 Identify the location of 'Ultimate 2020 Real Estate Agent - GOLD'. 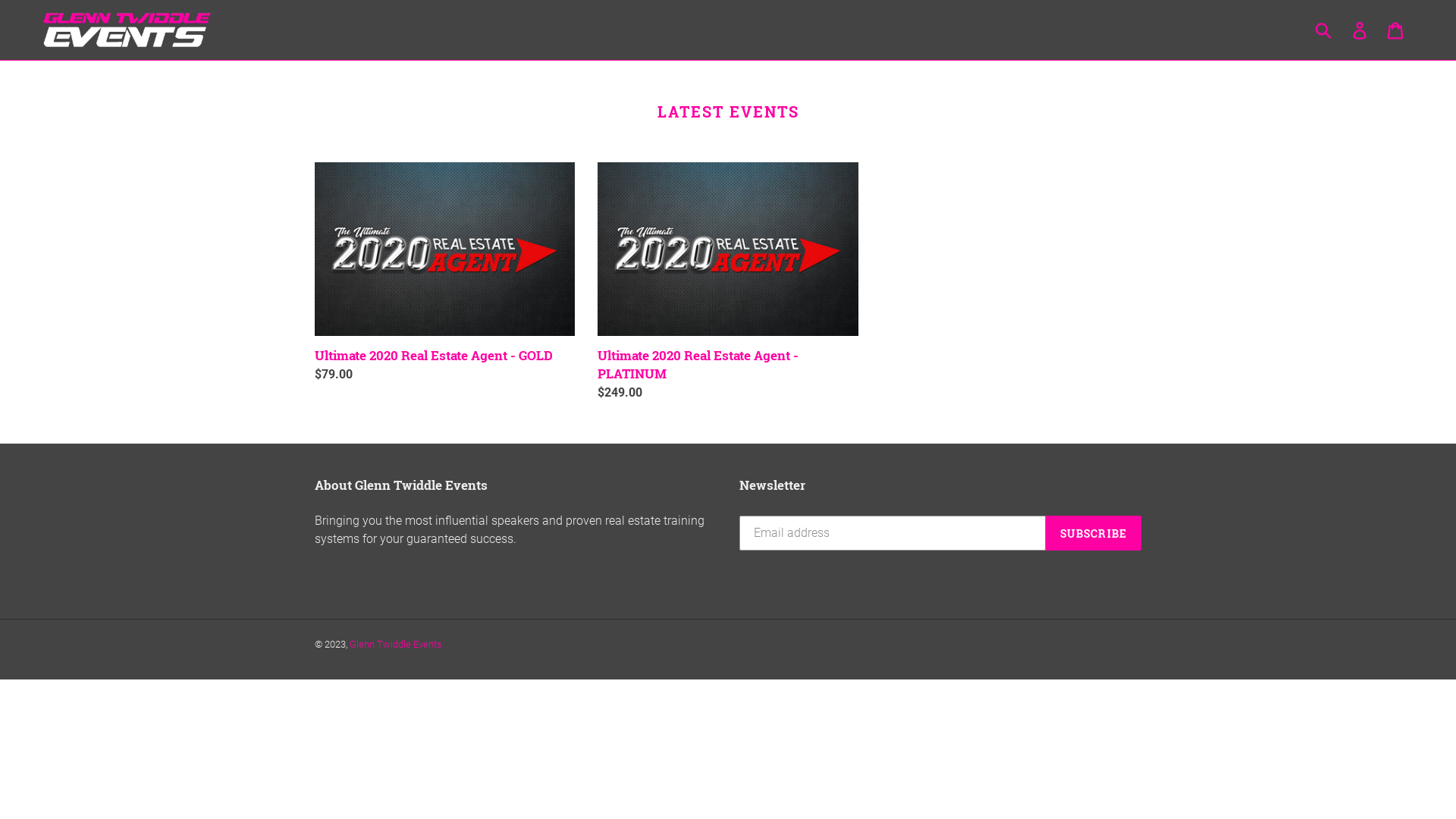
(313, 271).